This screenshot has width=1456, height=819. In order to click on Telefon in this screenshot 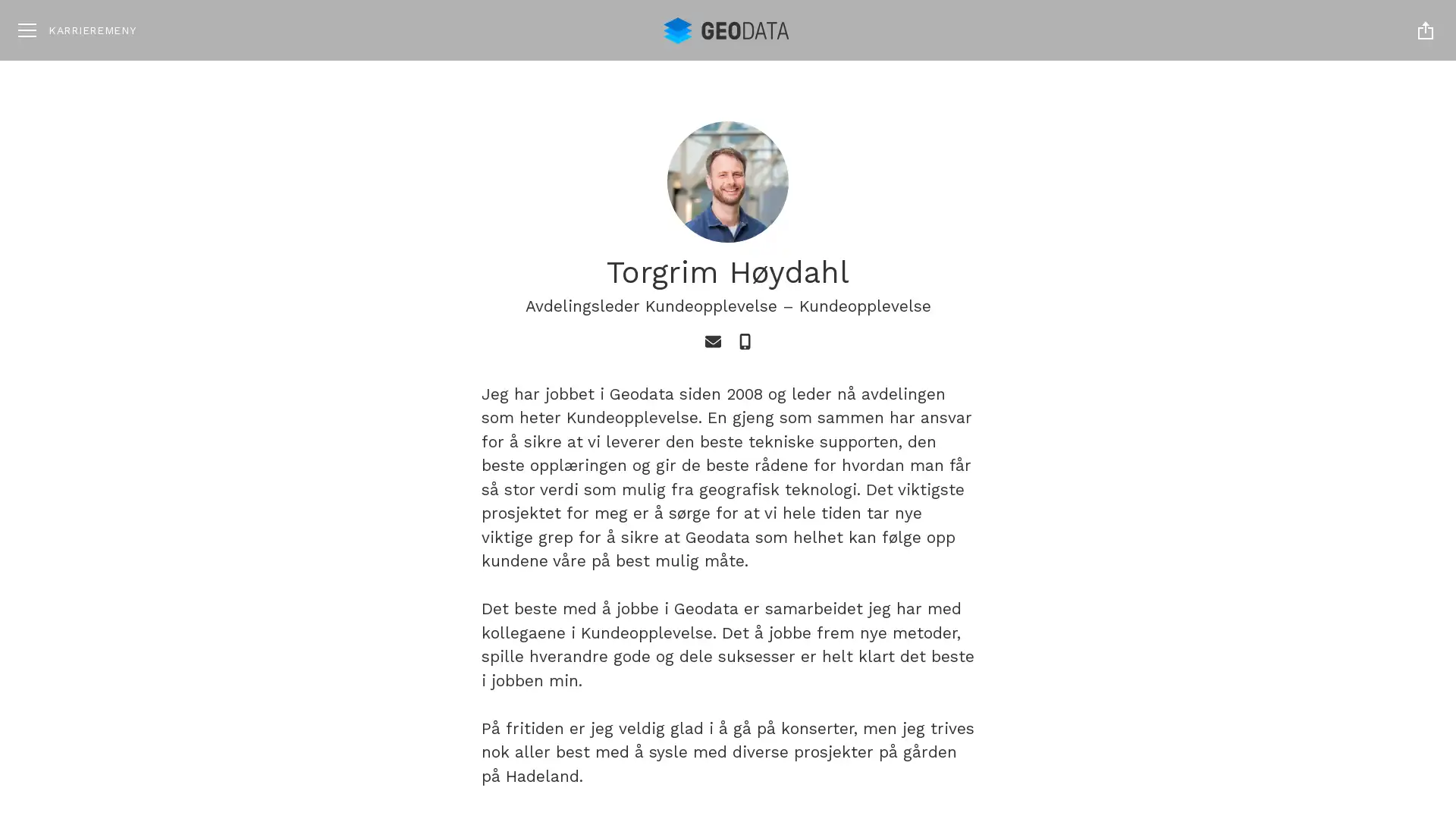, I will do `click(745, 342)`.